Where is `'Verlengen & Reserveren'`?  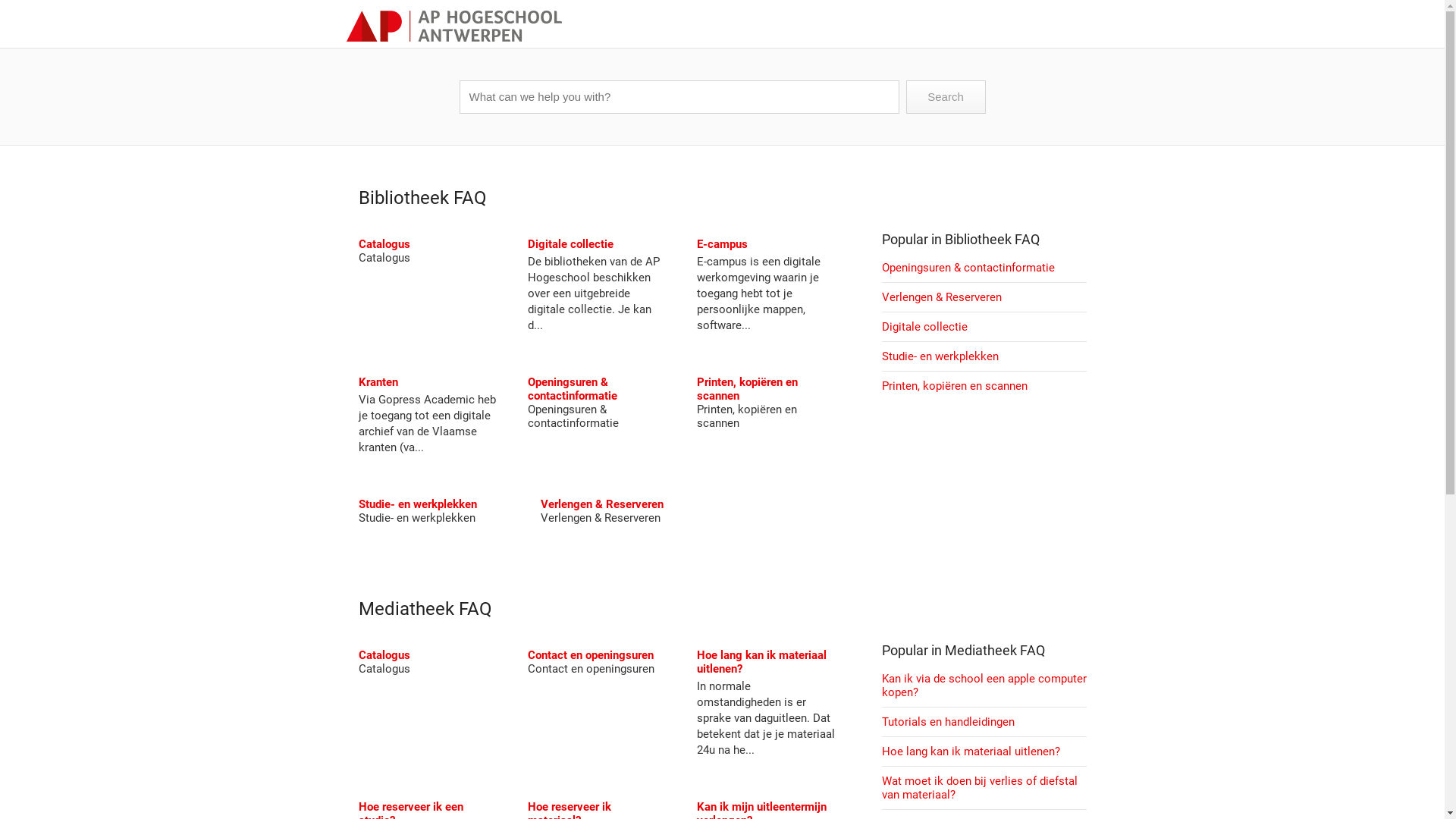
'Verlengen & Reserveren' is located at coordinates (600, 504).